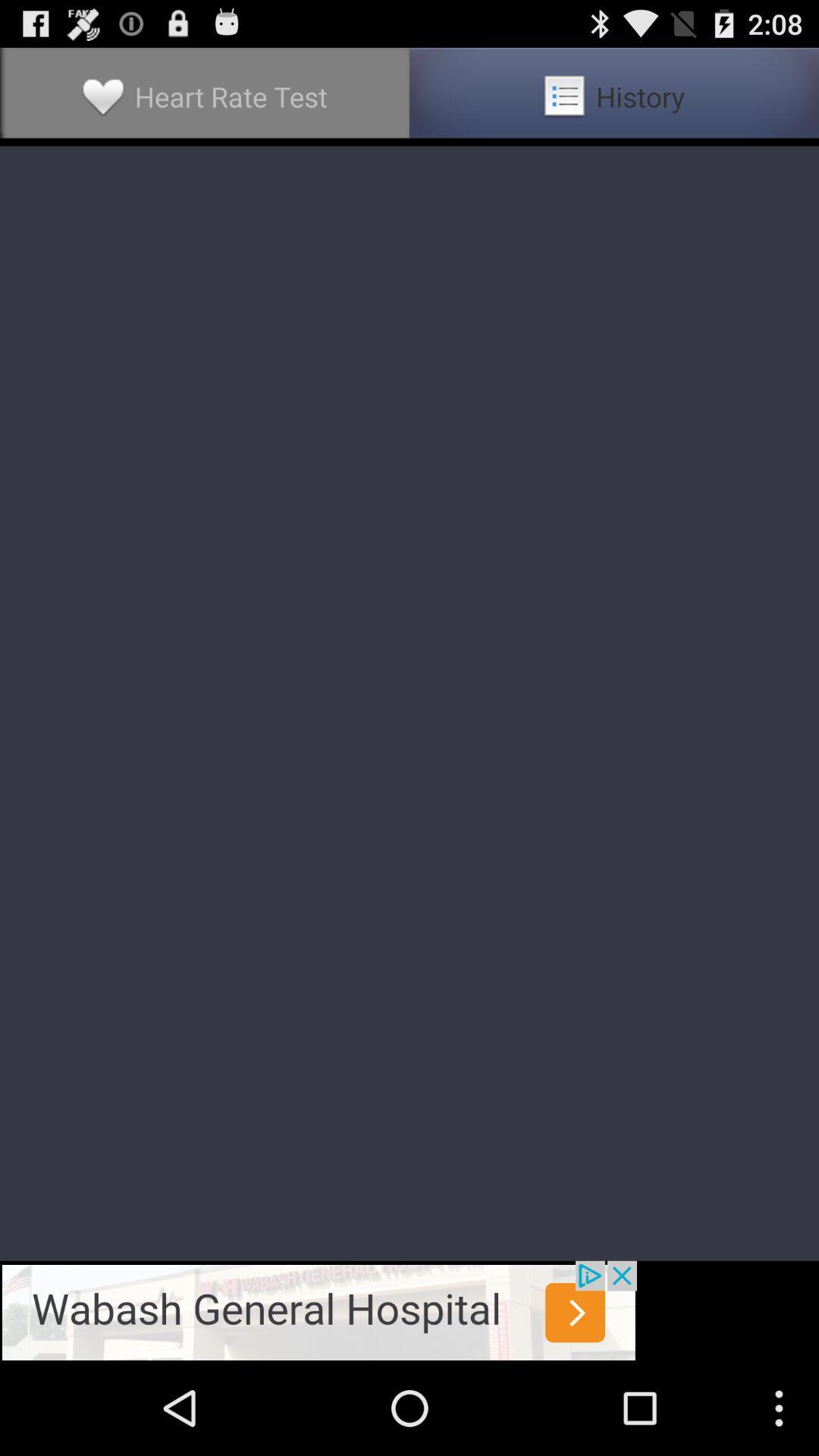 The width and height of the screenshot is (819, 1456). I want to click on go to advt page, so click(318, 1310).